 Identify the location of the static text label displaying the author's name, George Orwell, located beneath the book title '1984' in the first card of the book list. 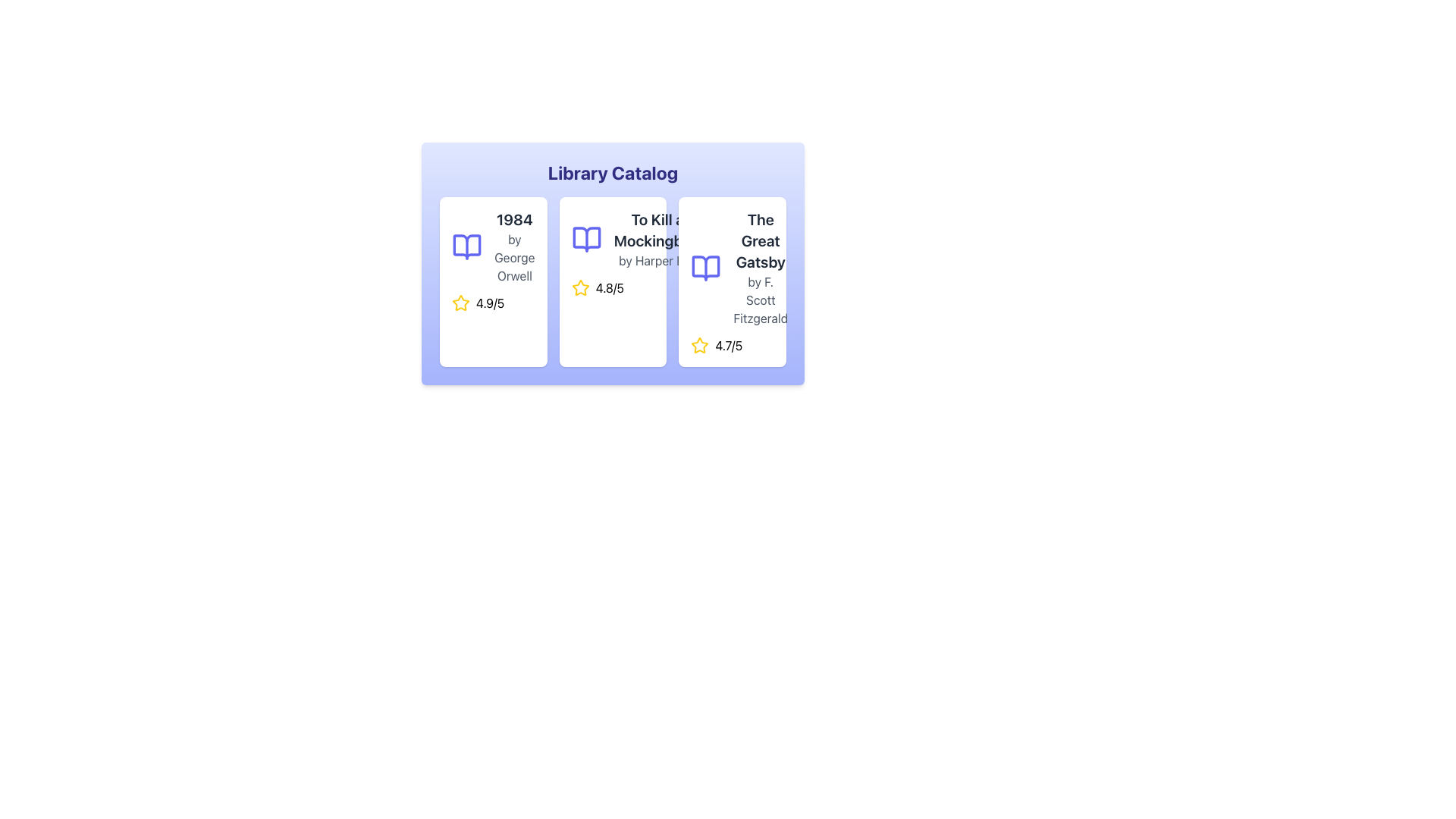
(514, 256).